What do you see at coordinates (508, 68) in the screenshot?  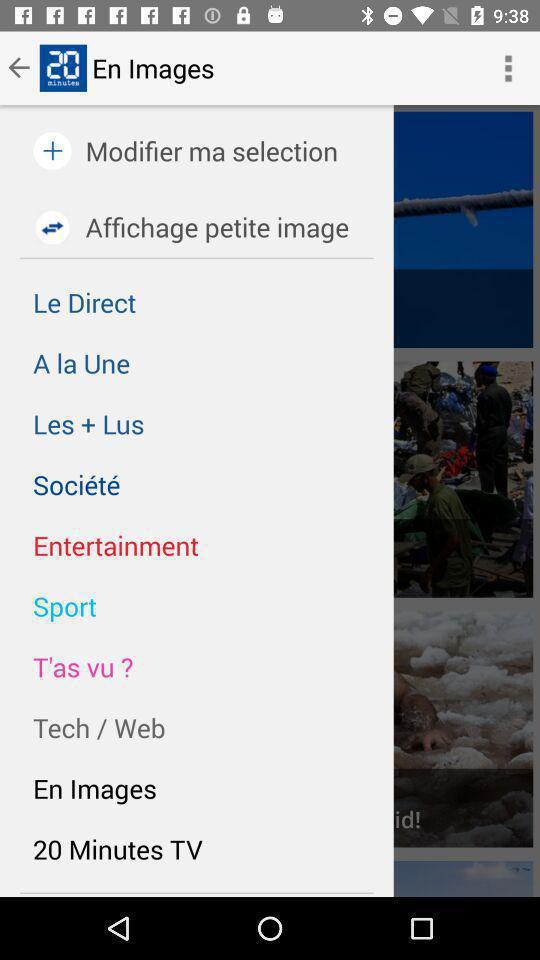 I see `the button next to en images` at bounding box center [508, 68].